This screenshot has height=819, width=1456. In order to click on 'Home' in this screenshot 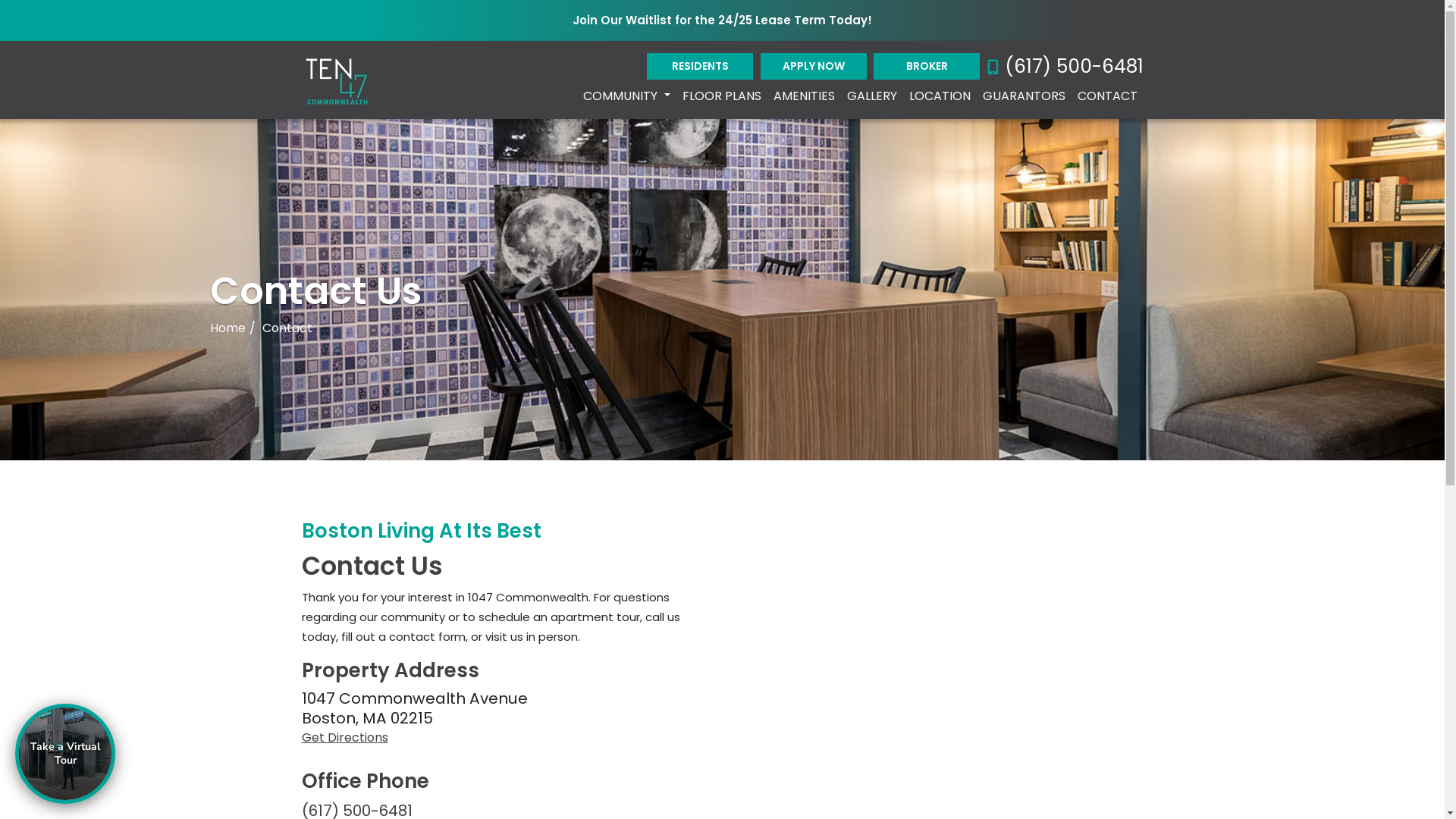, I will do `click(227, 327)`.